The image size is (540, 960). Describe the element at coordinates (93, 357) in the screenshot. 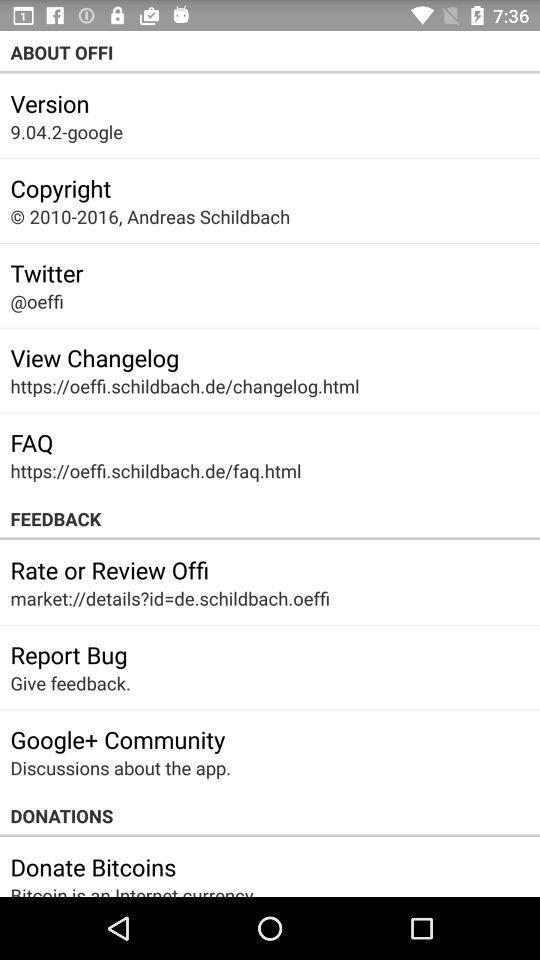

I see `the view changelog icon` at that location.